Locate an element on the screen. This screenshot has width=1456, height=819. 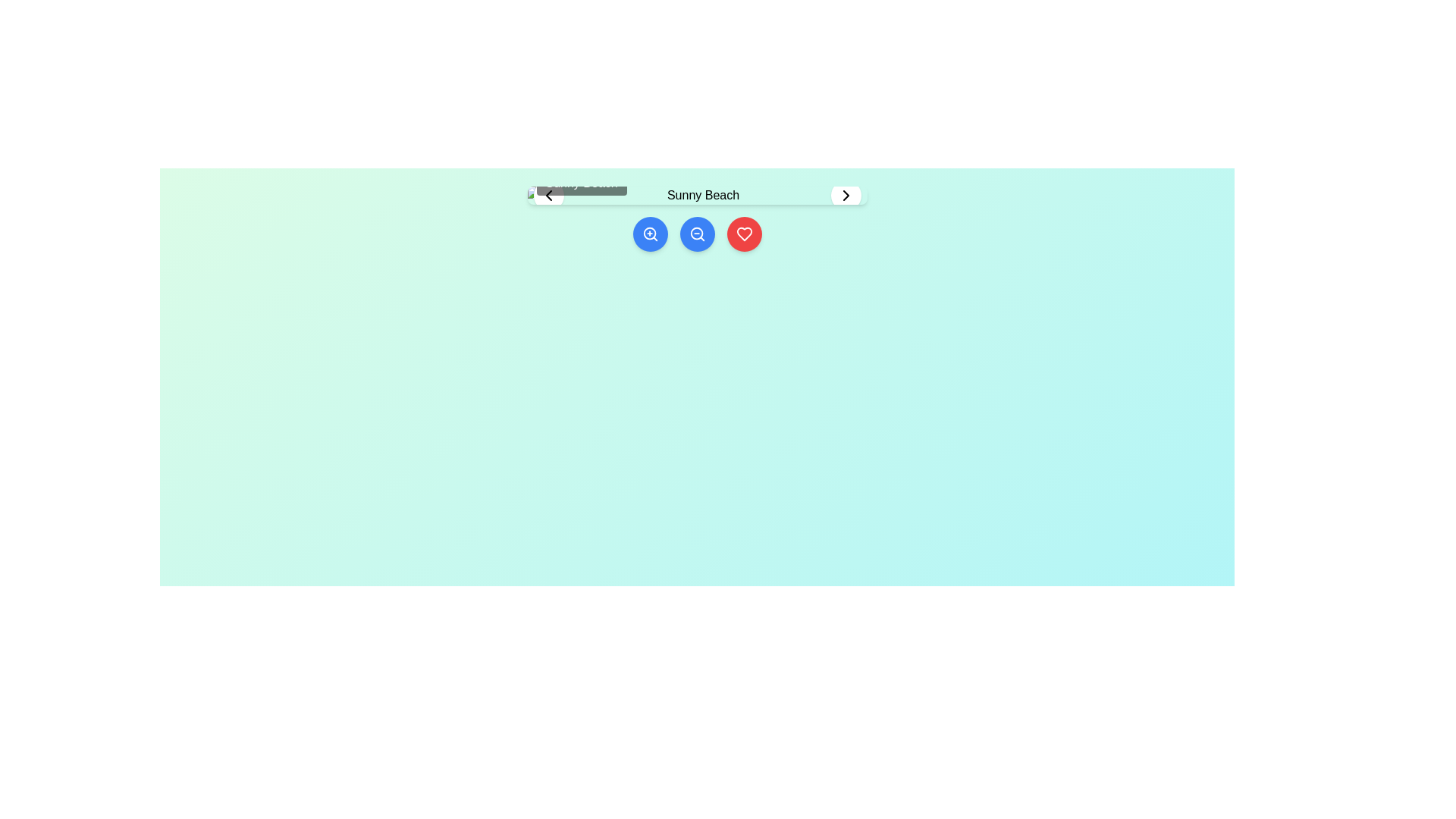
the SVG circle element representing the zoom-out action in the magnifying glass icon, located just below the title 'Sunny Beach.' is located at coordinates (695, 234).